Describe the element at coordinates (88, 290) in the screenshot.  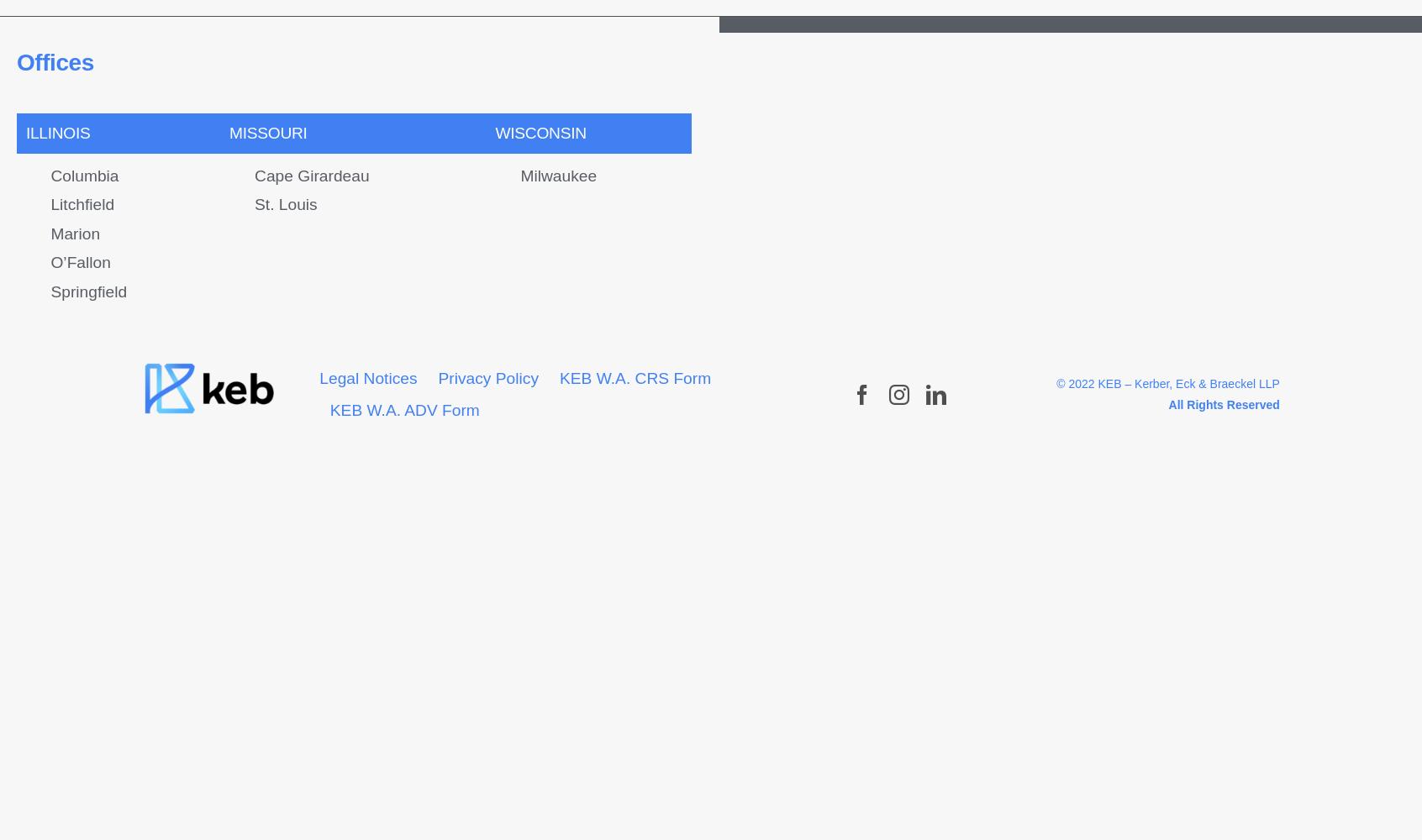
I see `'Springfield'` at that location.